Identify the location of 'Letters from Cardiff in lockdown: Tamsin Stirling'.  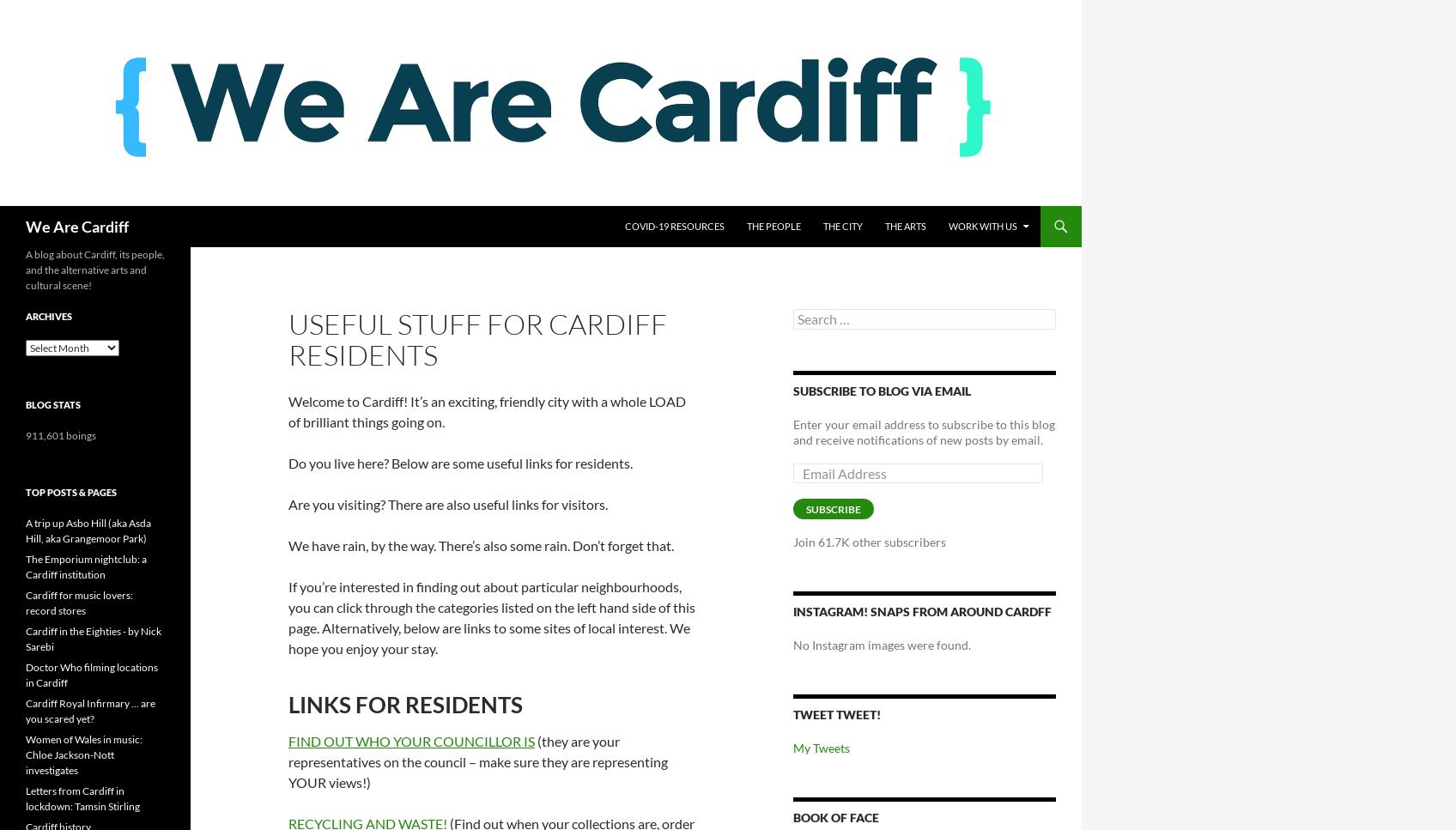
(82, 798).